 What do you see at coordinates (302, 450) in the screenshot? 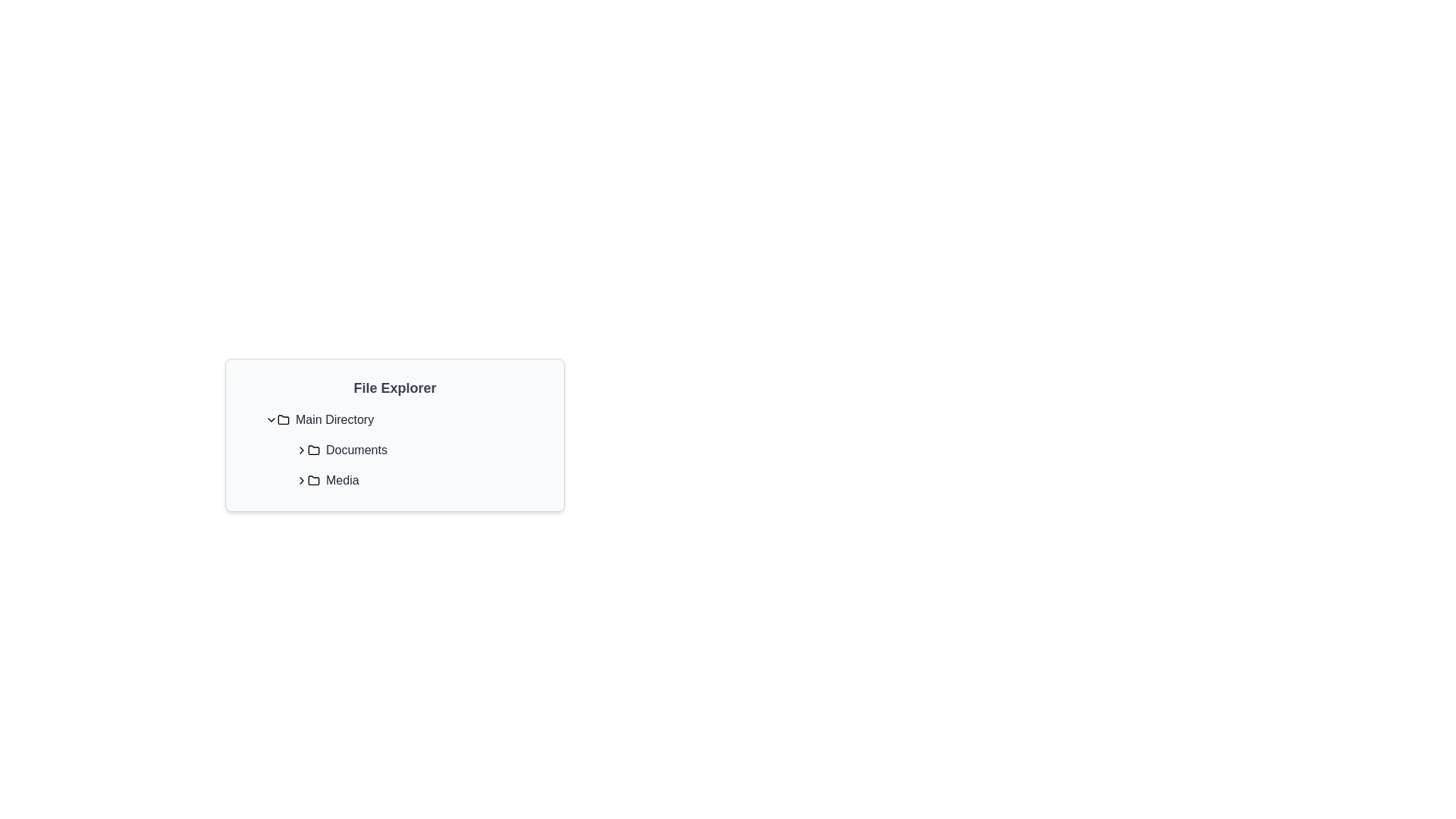
I see `the Chevron icon located at the leftmost position of the list item` at bounding box center [302, 450].